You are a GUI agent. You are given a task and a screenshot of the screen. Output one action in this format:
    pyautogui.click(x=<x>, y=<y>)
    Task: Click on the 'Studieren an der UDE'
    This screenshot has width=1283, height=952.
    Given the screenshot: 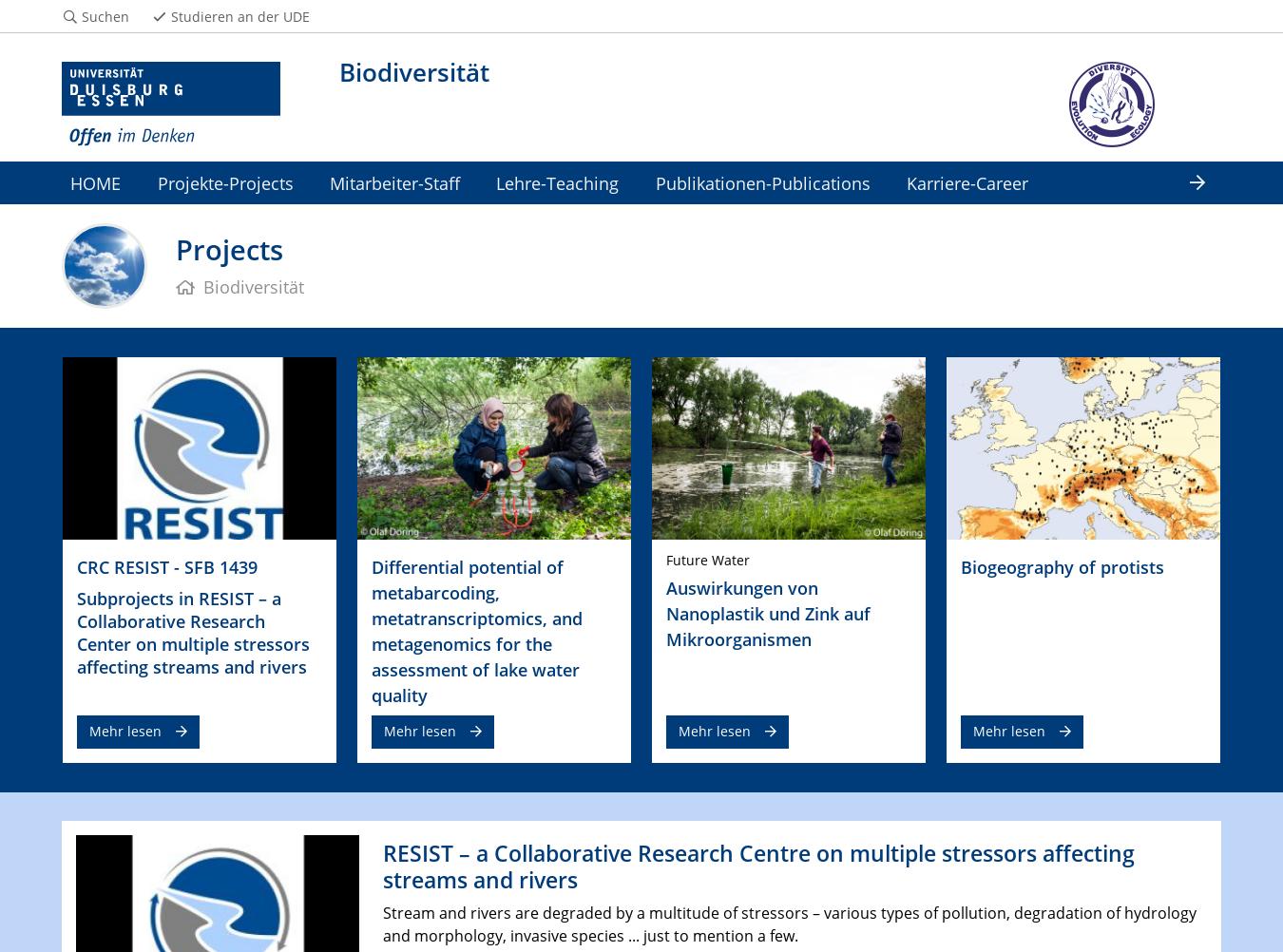 What is the action you would take?
    pyautogui.click(x=239, y=15)
    